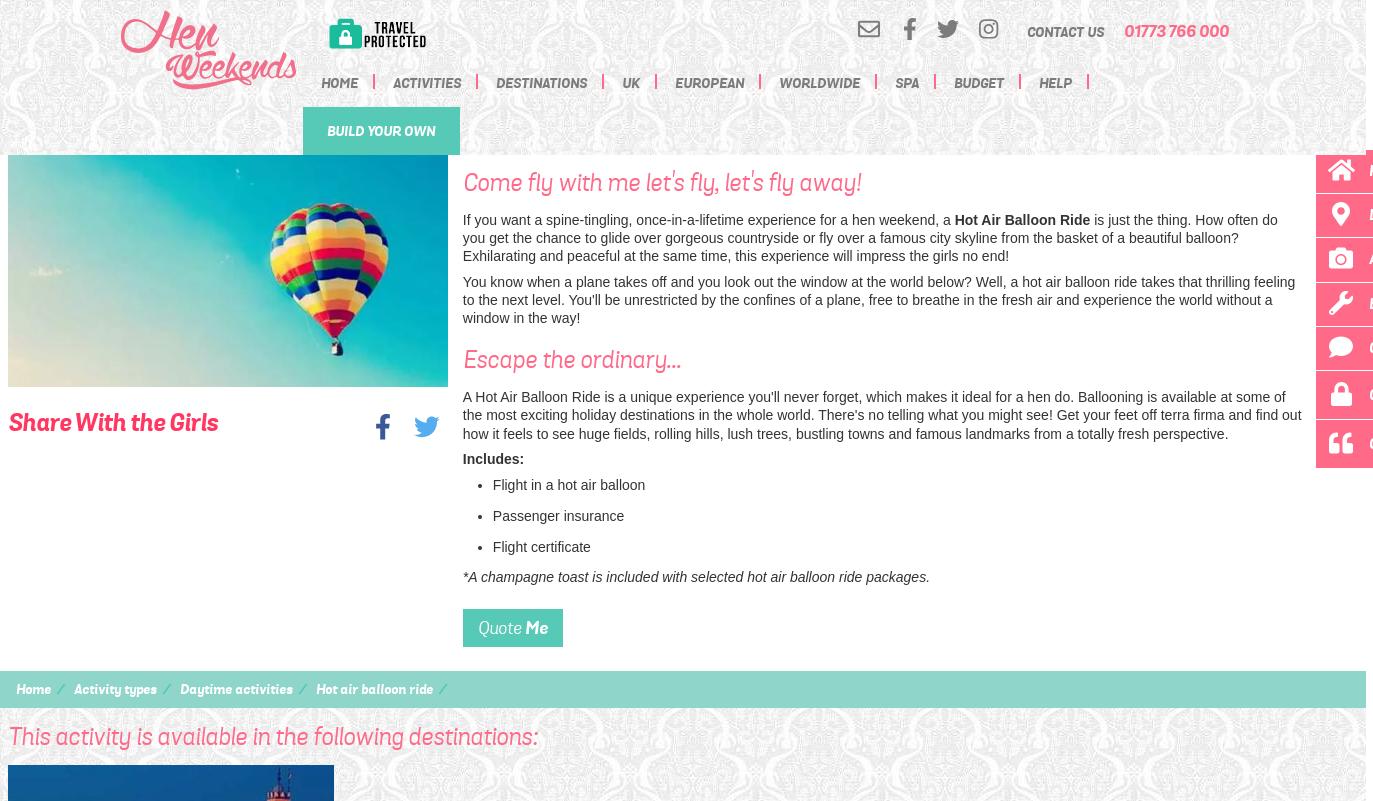 This screenshot has height=801, width=1373. Describe the element at coordinates (461, 299) in the screenshot. I see `'You know when a plane takes off and you look out the window at the world below? Well, a hot air balloon ride takes that thrilling feeling to the next level. You'll be unrestricted by the confines of a plane, free to breathe in the fresh air and experience the world without a window in the way!'` at that location.